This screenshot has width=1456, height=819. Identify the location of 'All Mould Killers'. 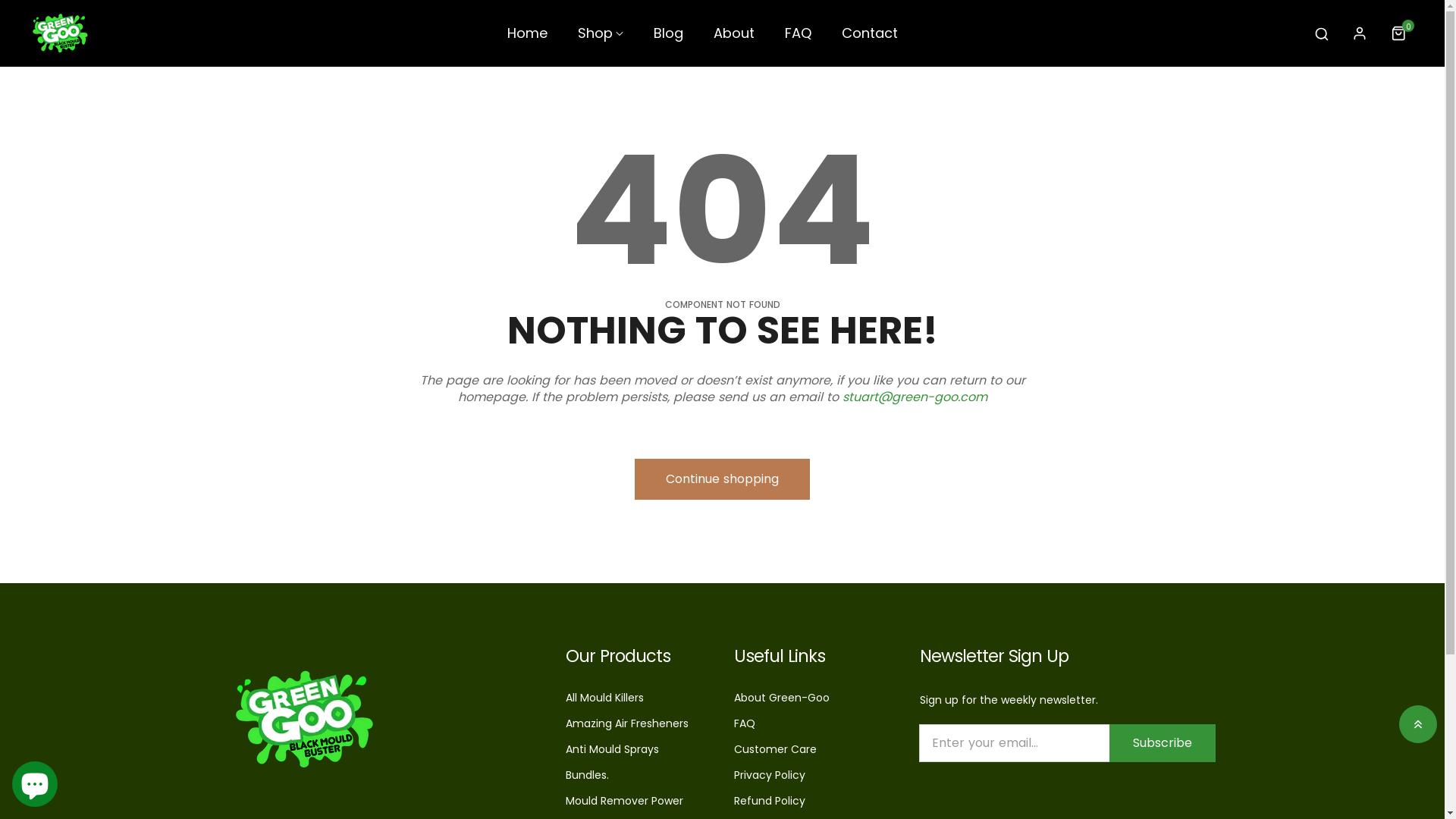
(604, 698).